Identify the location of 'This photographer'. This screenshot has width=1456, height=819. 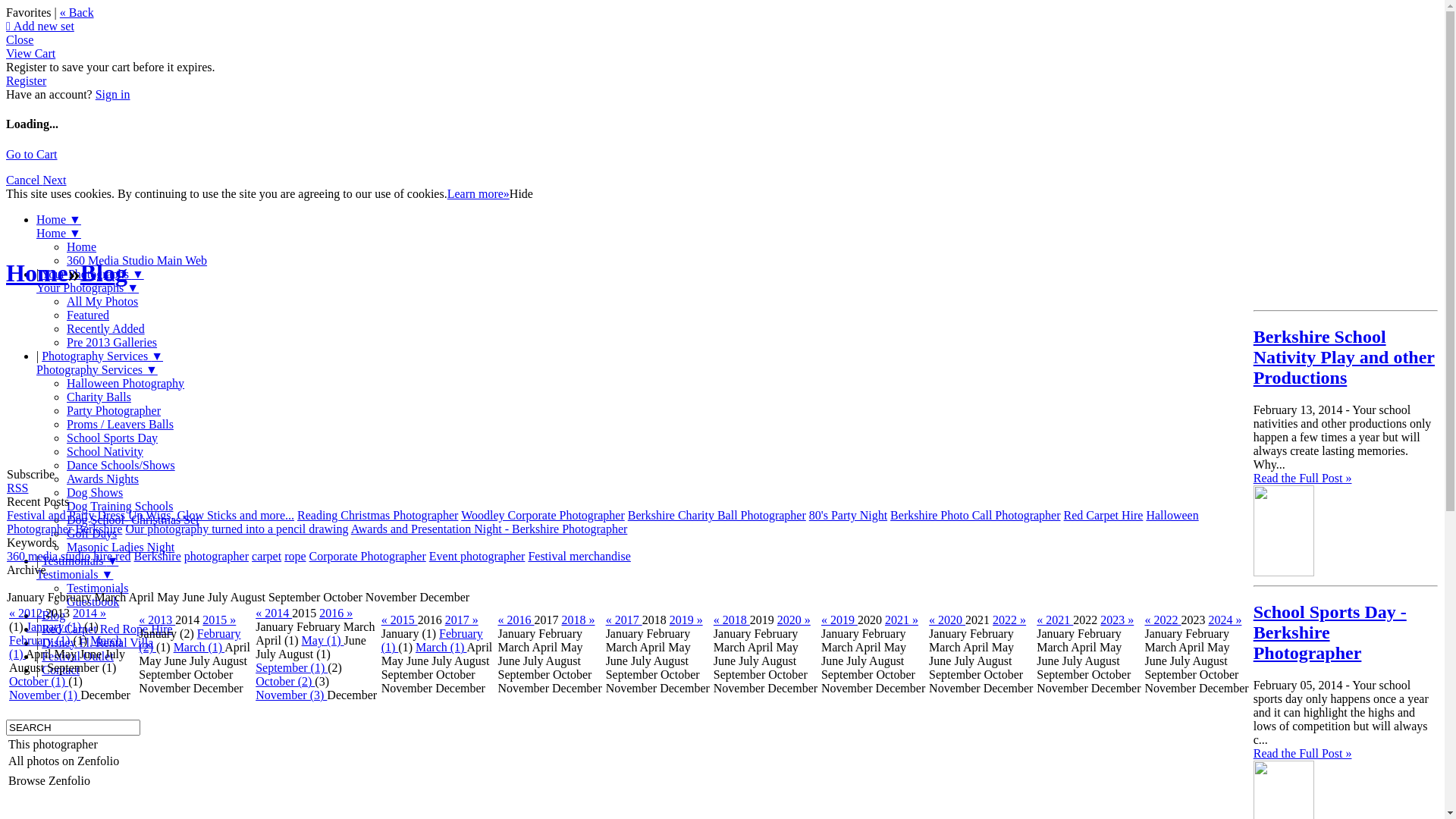
(53, 743).